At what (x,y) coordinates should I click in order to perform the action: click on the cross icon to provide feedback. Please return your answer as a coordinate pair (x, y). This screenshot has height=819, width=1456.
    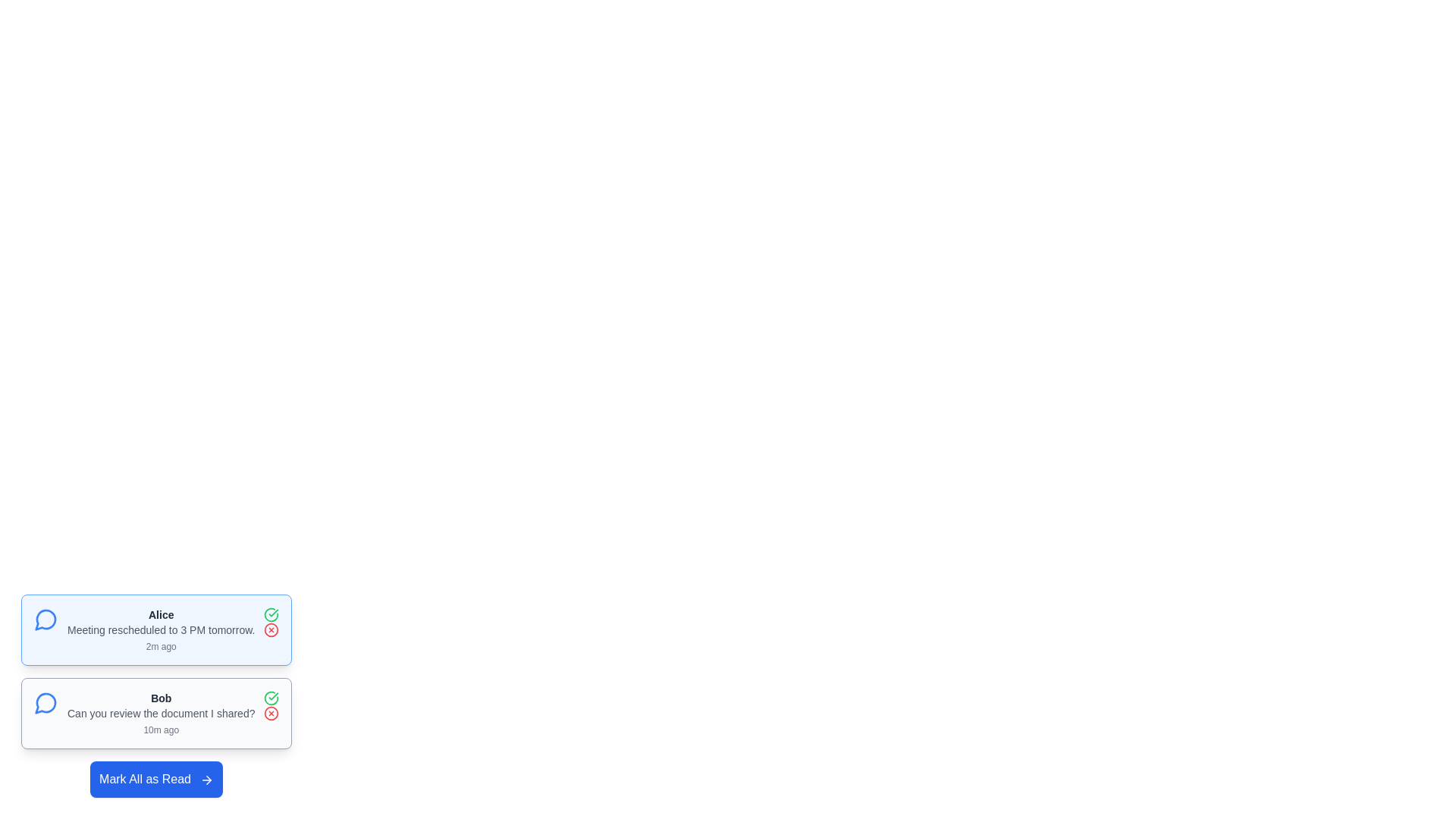
    Looking at the image, I should click on (271, 629).